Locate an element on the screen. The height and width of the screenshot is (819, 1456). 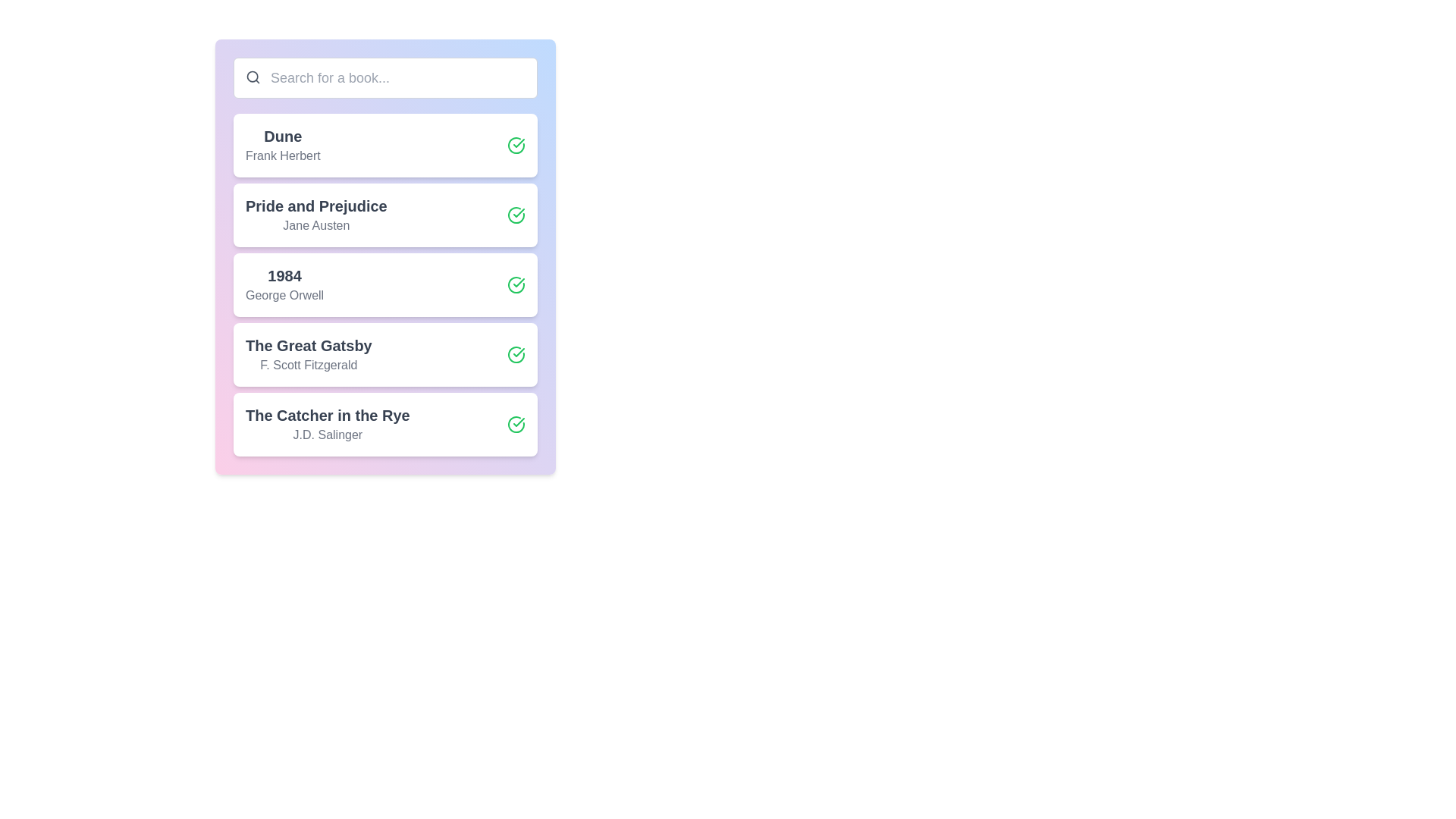
text of the fourth card in the list, which displays the title 'The Great Gatsby' is located at coordinates (308, 345).